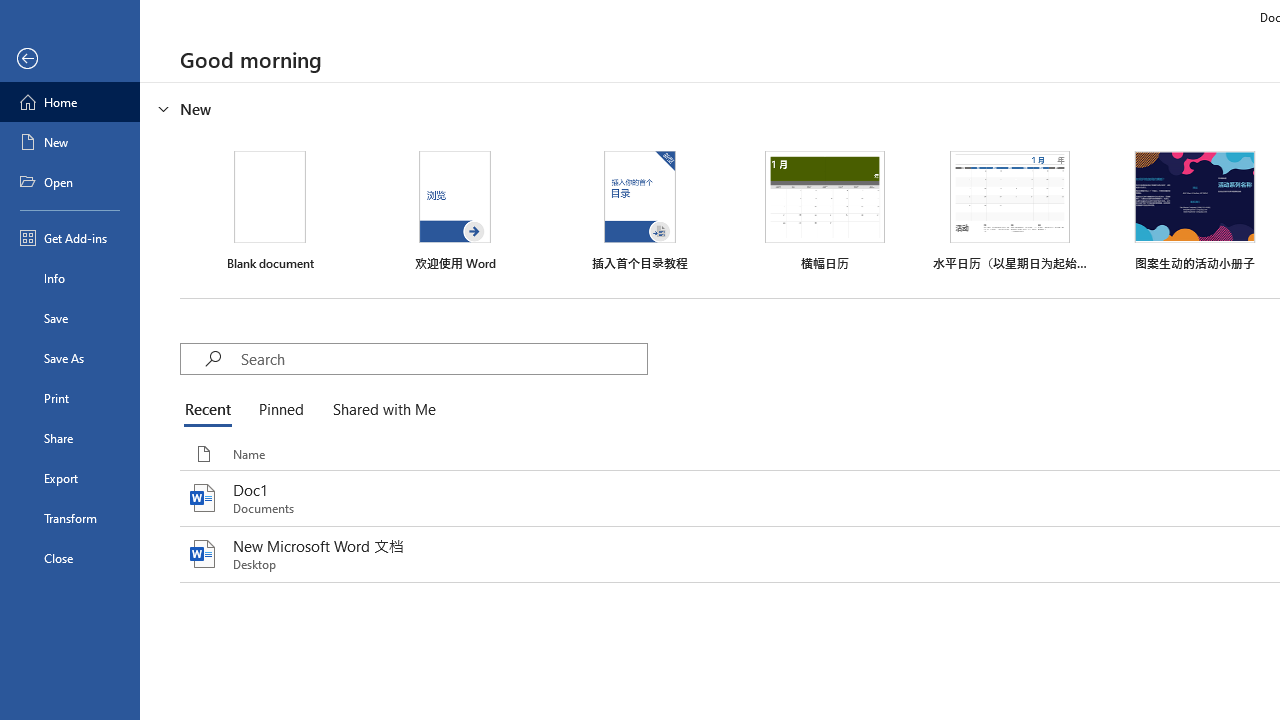 Image resolution: width=1280 pixels, height=720 pixels. Describe the element at coordinates (279, 410) in the screenshot. I see `'Pinned'` at that location.